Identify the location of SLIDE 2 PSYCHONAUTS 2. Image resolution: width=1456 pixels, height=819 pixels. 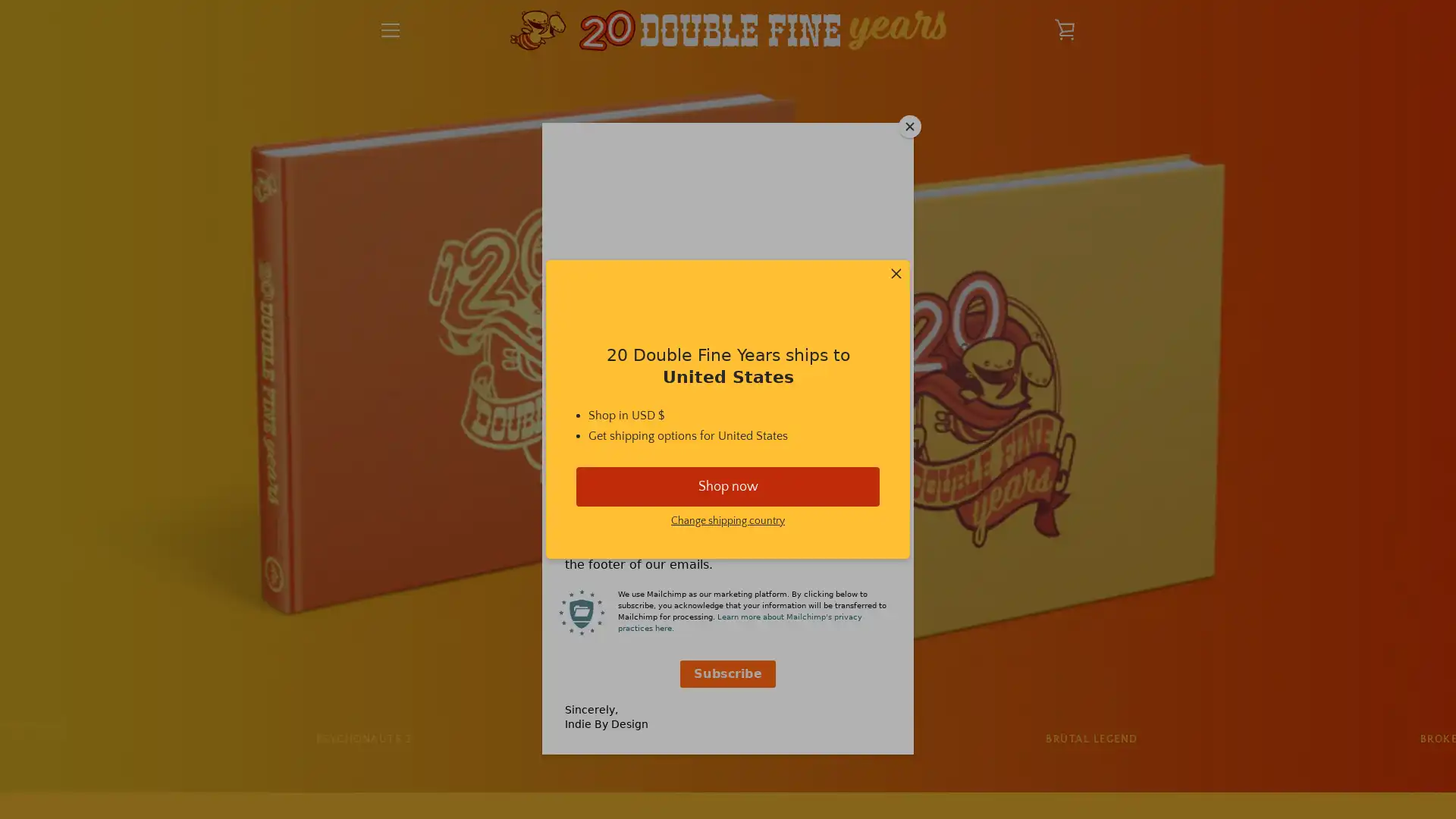
(362, 739).